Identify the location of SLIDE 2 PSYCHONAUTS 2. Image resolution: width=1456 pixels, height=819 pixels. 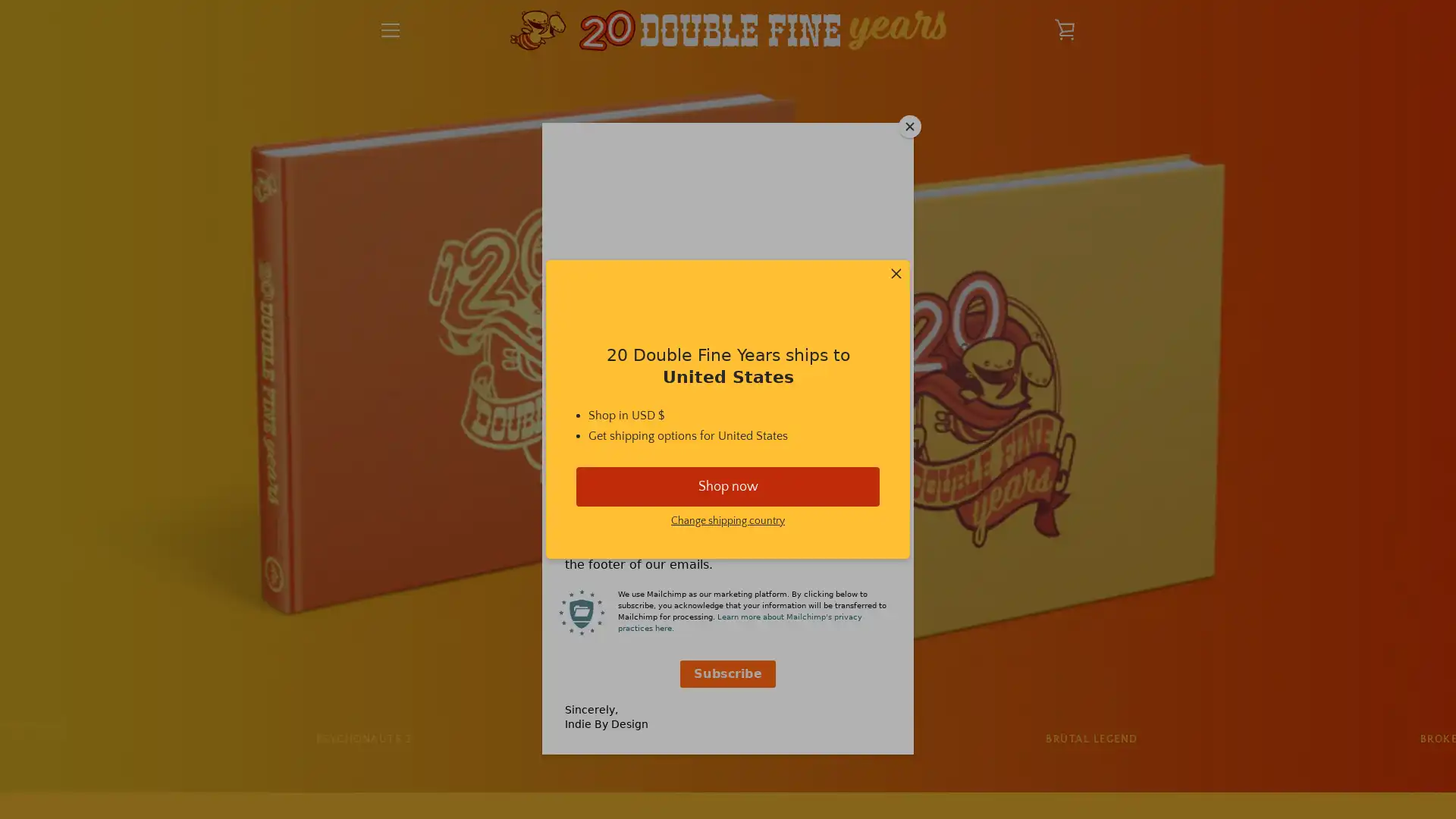
(362, 739).